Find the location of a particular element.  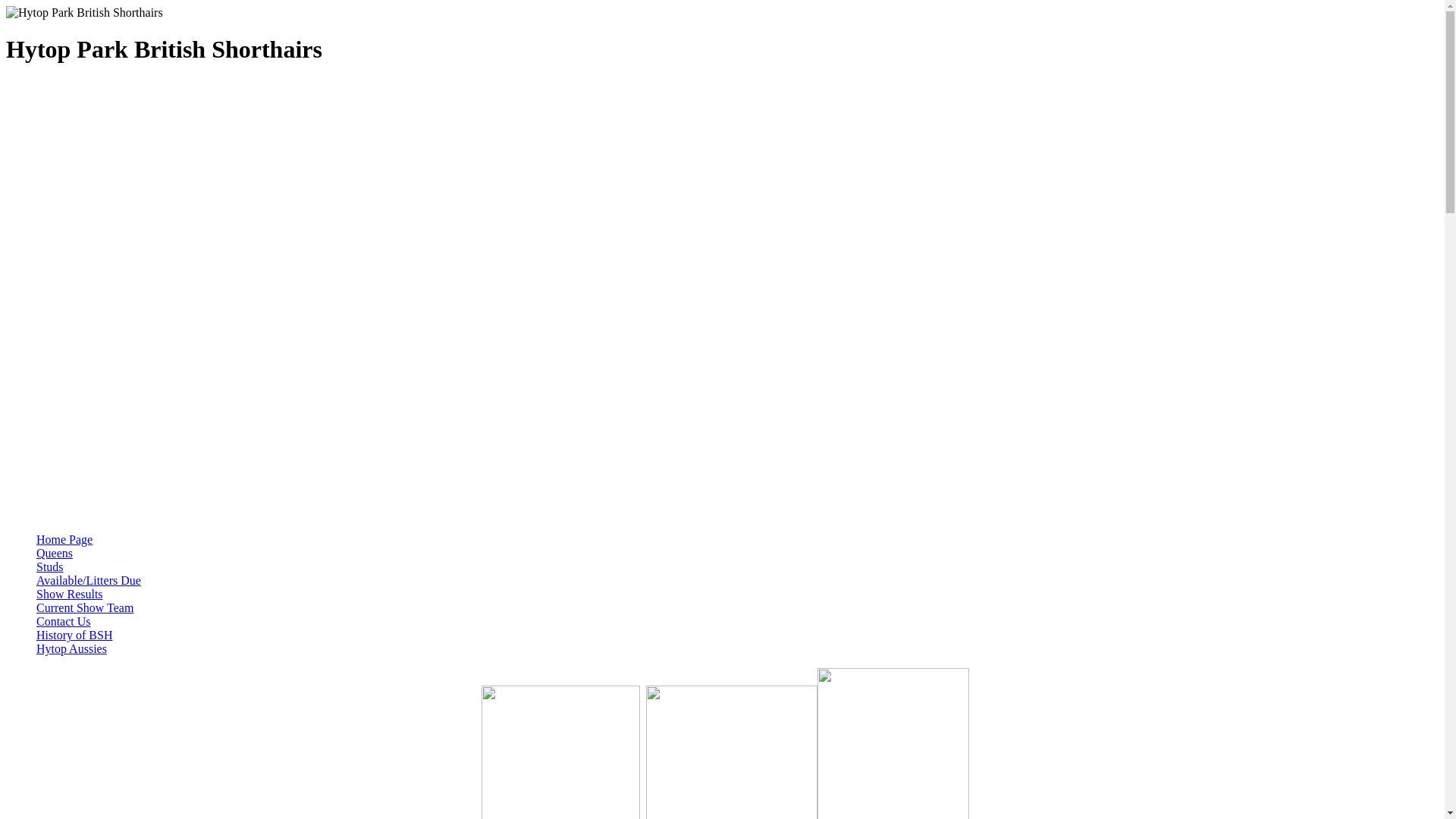

'Hytop Aussies' is located at coordinates (71, 648).